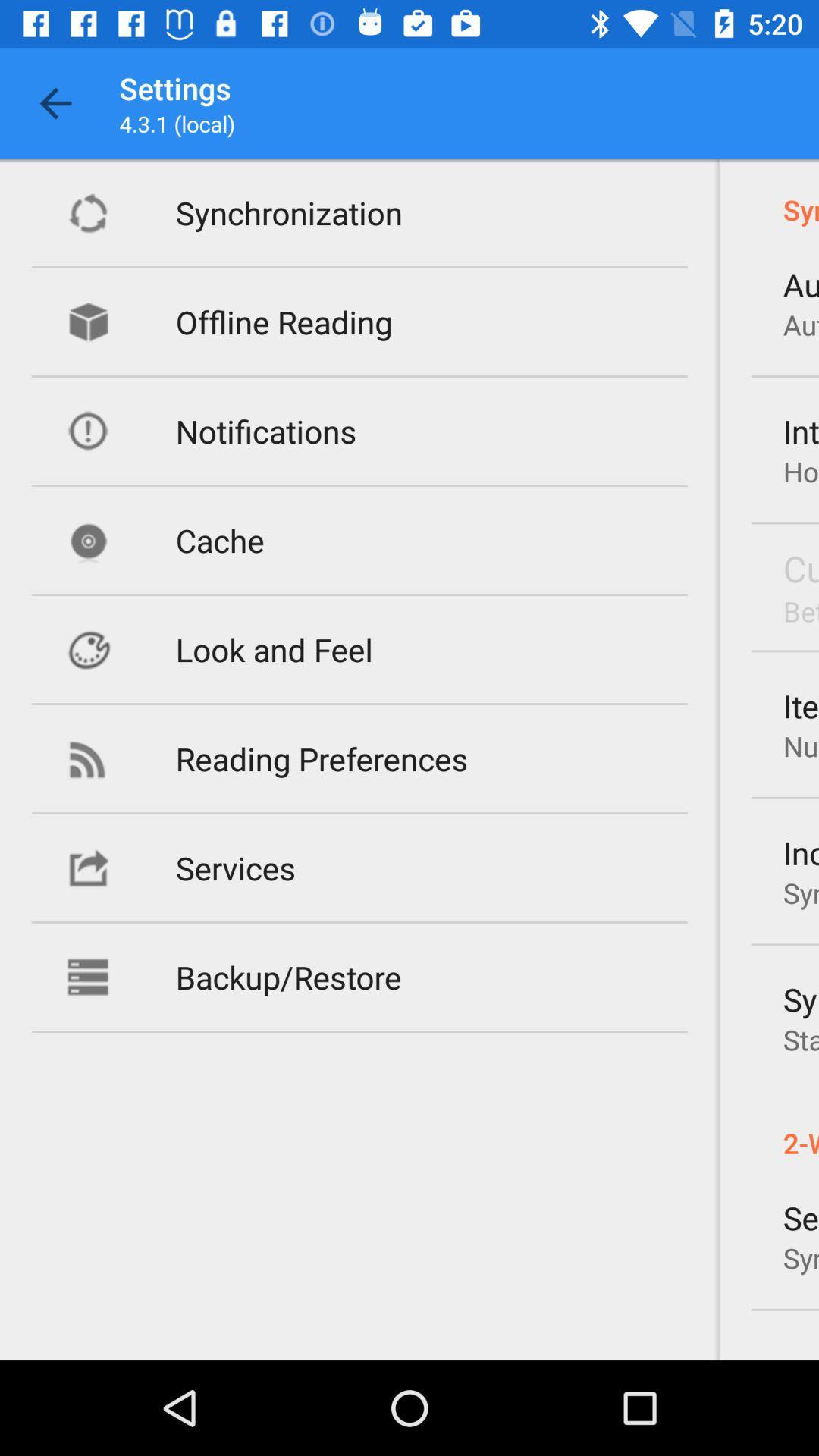 This screenshot has width=819, height=1456. I want to click on the between 0 and, so click(800, 611).